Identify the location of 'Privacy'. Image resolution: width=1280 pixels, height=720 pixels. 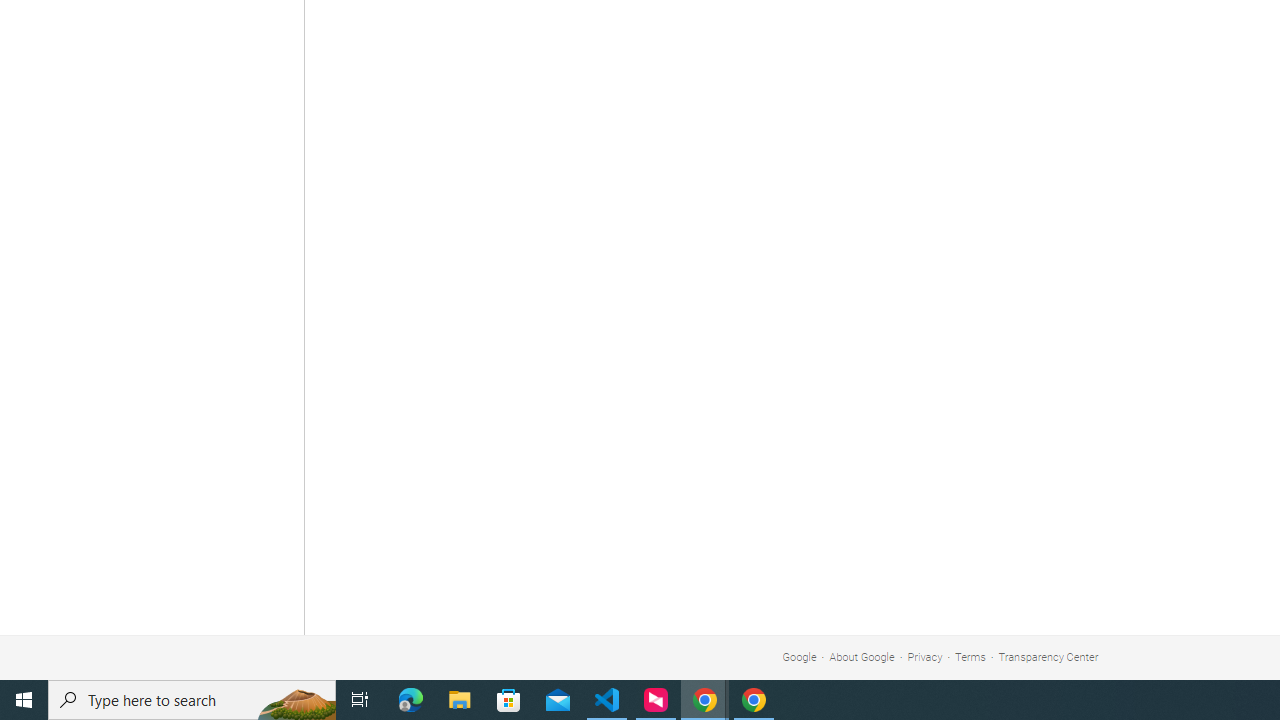
(924, 657).